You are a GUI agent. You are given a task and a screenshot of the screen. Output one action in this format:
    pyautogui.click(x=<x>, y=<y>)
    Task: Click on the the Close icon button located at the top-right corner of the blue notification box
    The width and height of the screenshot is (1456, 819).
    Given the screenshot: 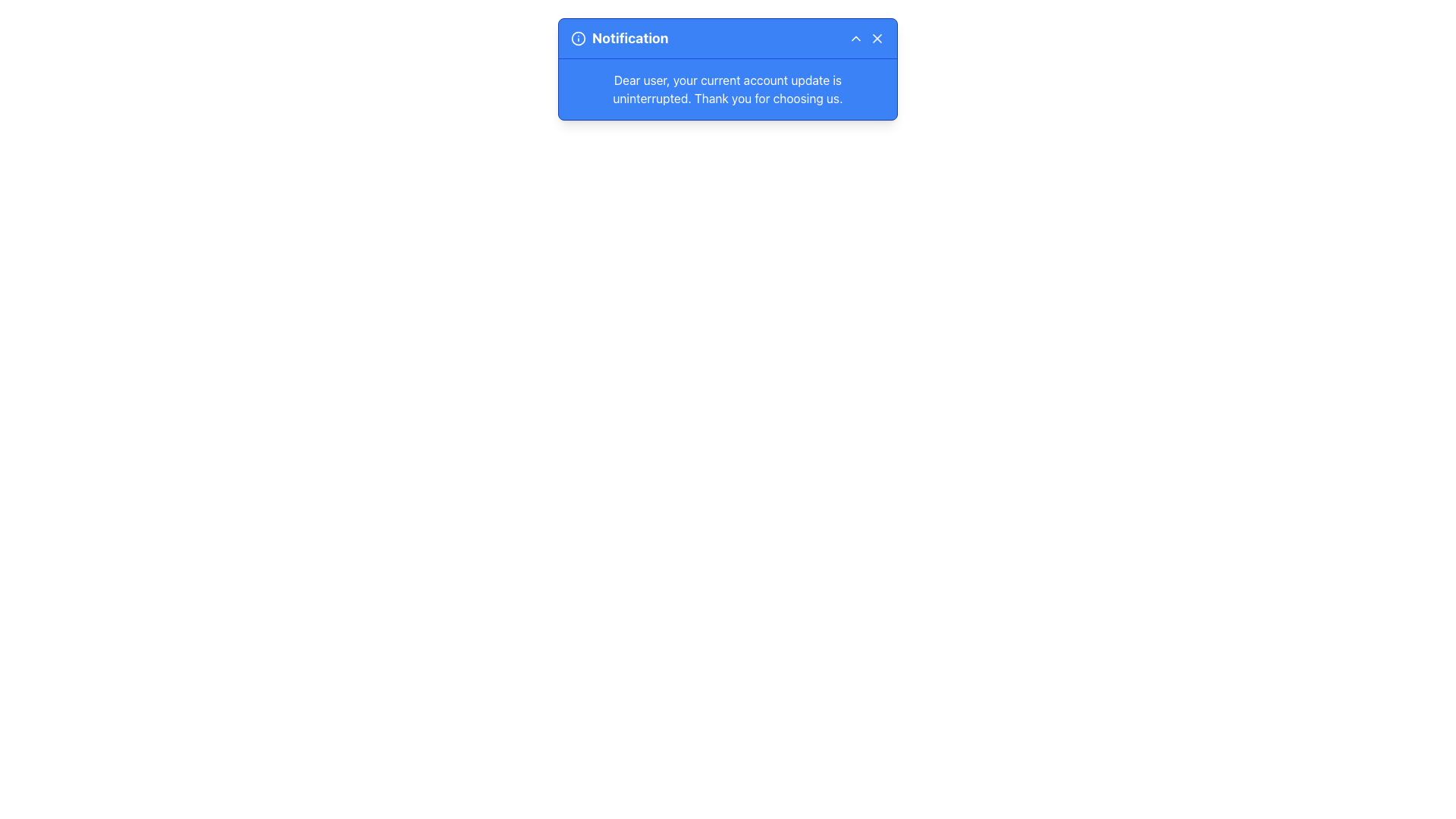 What is the action you would take?
    pyautogui.click(x=877, y=37)
    